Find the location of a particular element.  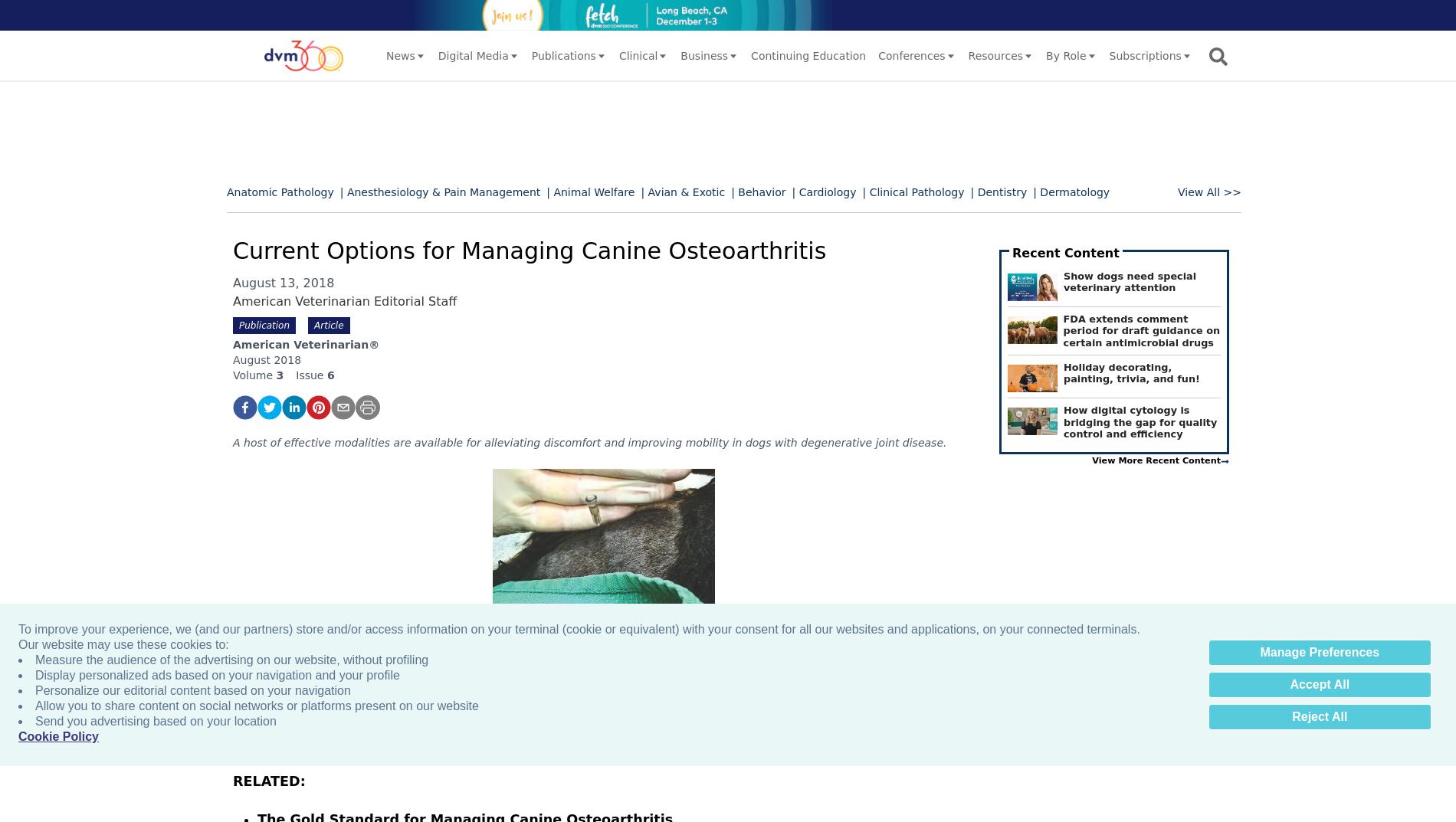

'August 2018' is located at coordinates (266, 359).